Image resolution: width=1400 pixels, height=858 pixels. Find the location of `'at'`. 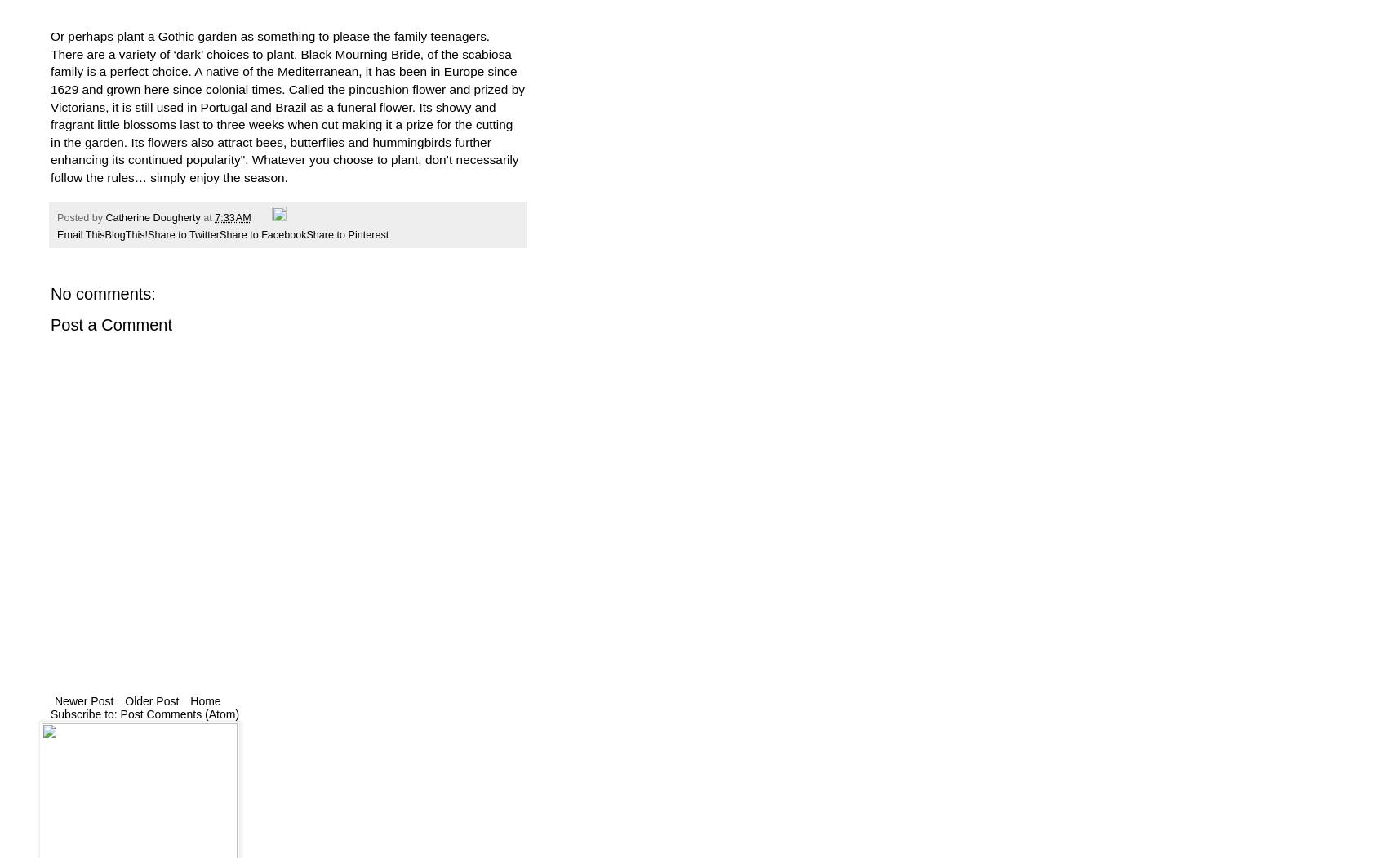

'at' is located at coordinates (208, 217).